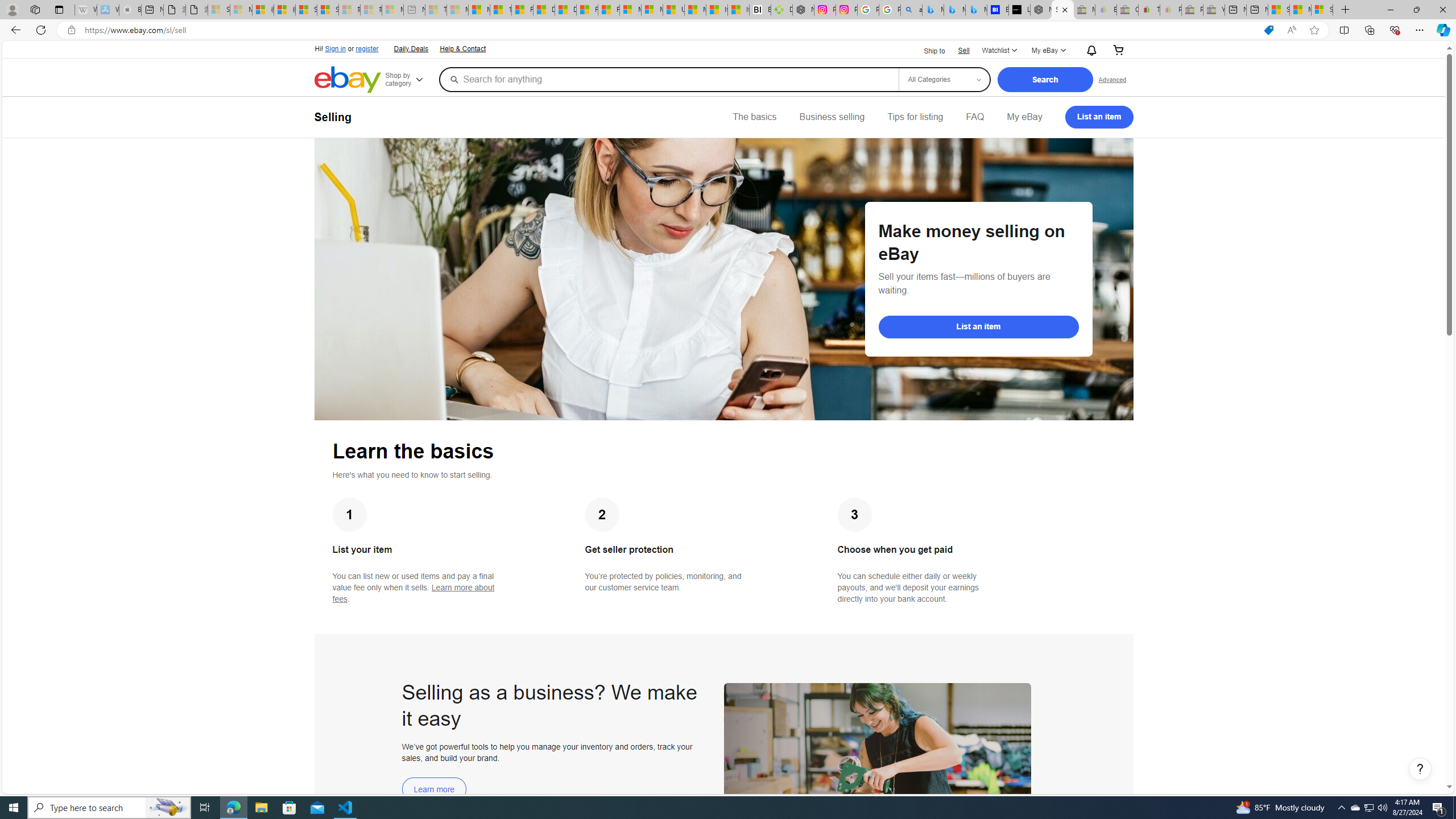  Describe the element at coordinates (461, 48) in the screenshot. I see `'Help & Contact'` at that location.